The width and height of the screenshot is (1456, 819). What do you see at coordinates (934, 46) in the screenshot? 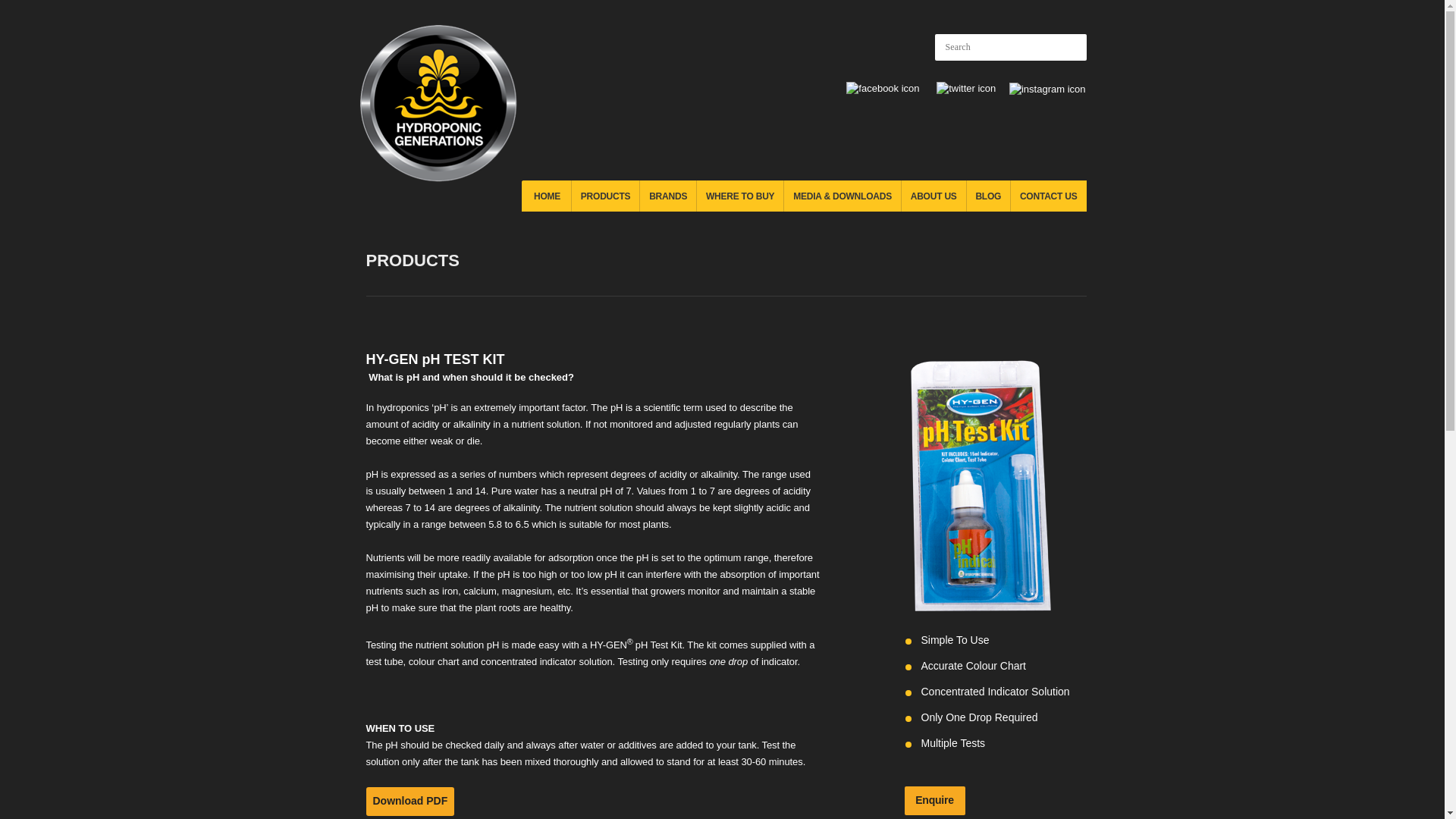
I see `'Search for:'` at bounding box center [934, 46].